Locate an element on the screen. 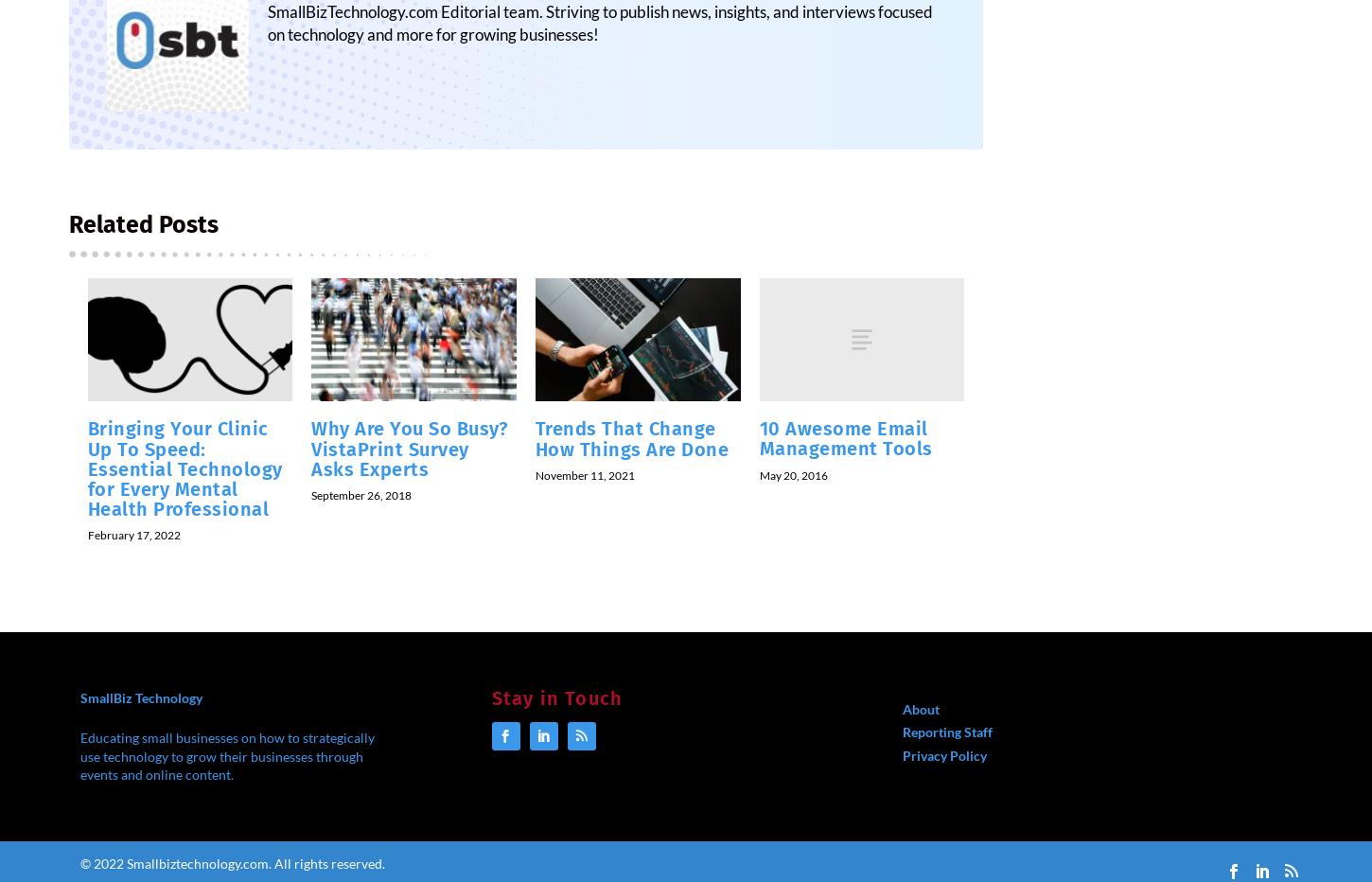 The width and height of the screenshot is (1372, 882). 'Reporting Staff' is located at coordinates (947, 744).